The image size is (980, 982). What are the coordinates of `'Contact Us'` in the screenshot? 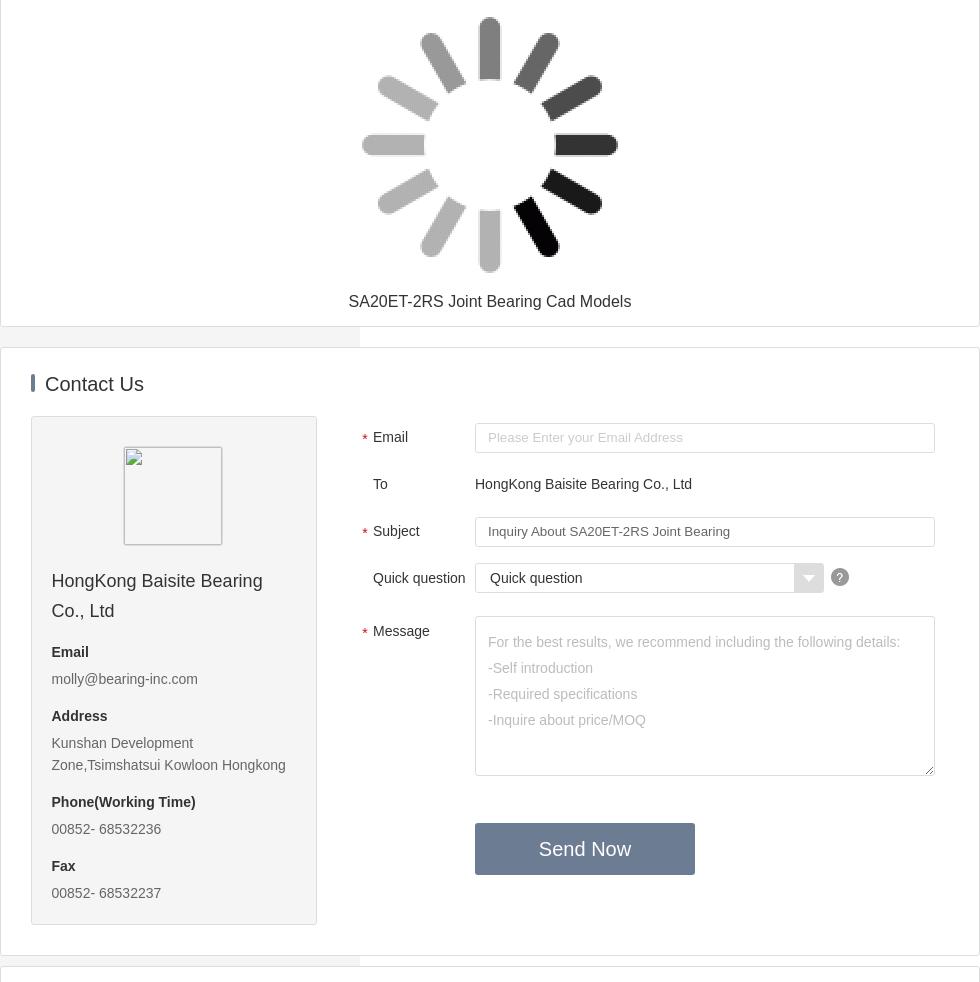 It's located at (93, 383).